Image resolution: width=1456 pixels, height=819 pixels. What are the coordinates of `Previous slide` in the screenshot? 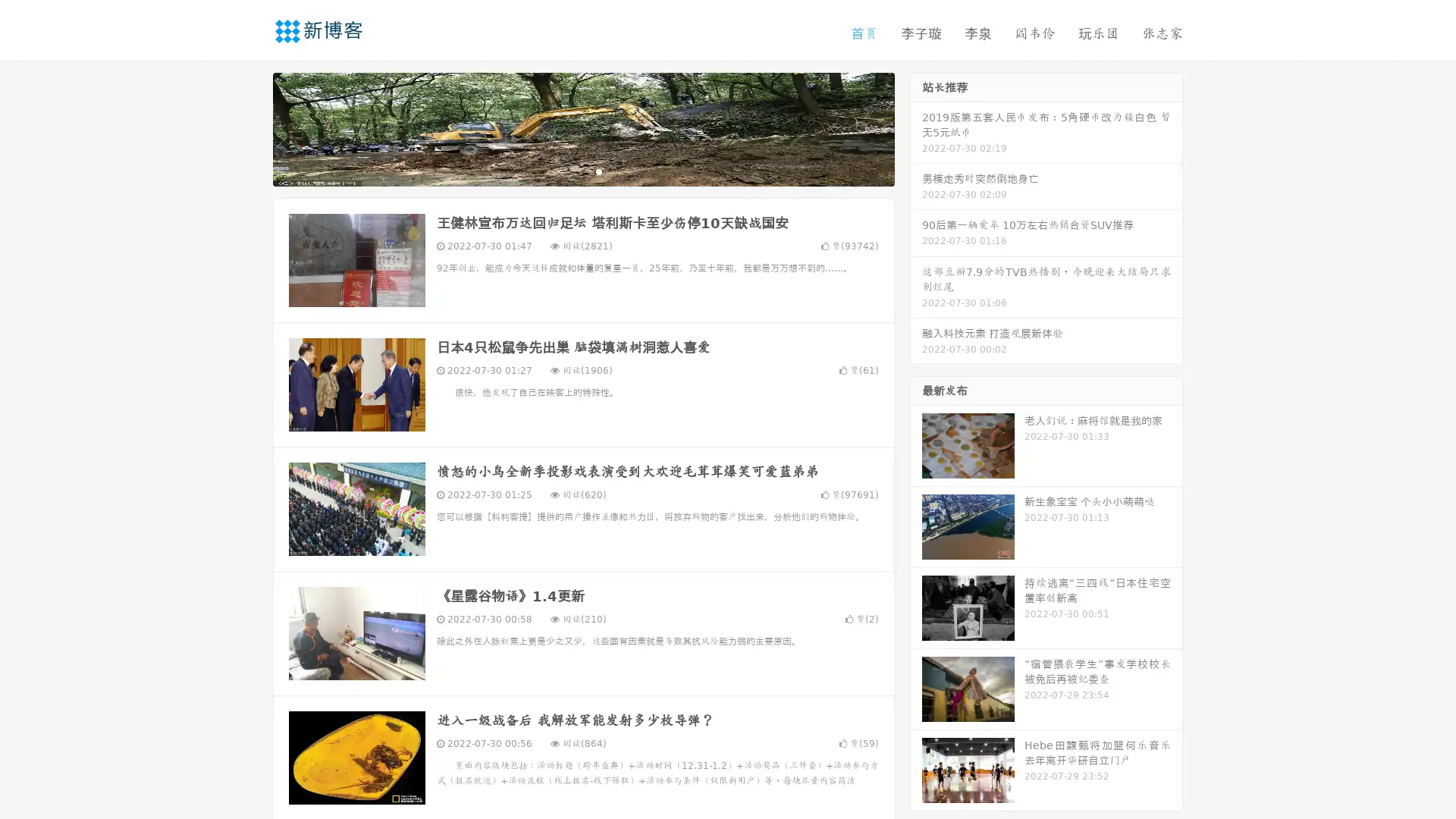 It's located at (250, 127).